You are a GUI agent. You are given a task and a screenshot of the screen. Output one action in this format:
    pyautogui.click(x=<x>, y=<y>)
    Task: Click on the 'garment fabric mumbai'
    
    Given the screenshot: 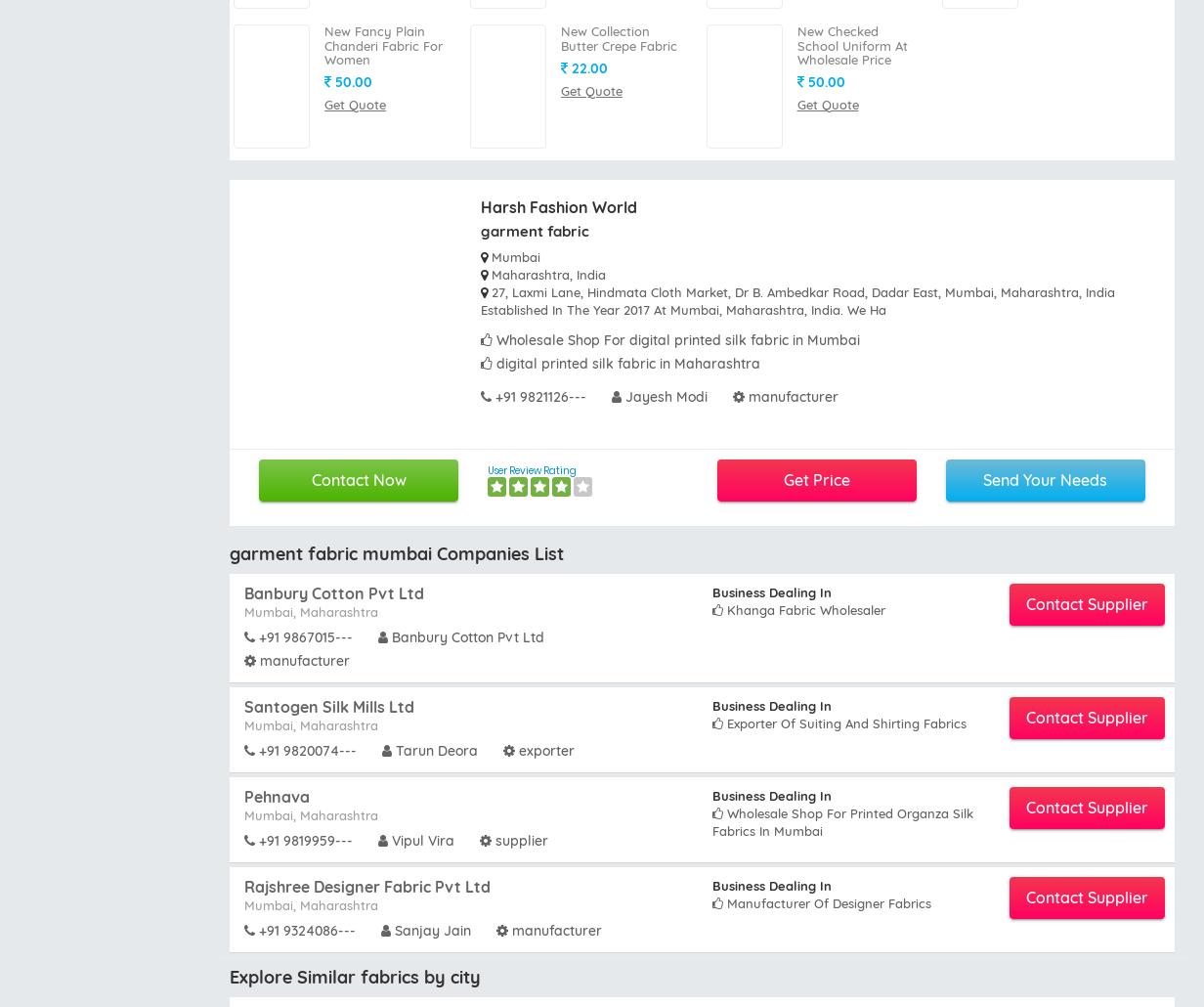 What is the action you would take?
    pyautogui.click(x=939, y=941)
    